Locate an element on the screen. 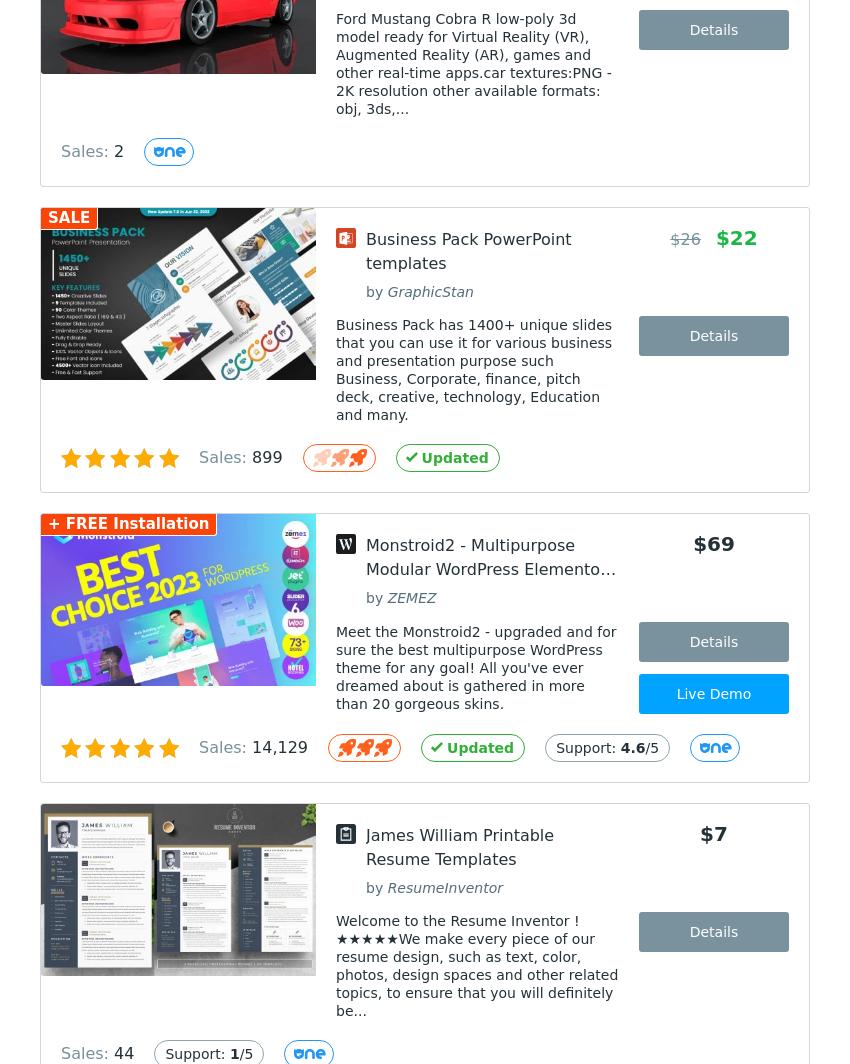 Image resolution: width=850 pixels, height=1064 pixels. '44' is located at coordinates (123, 1053).